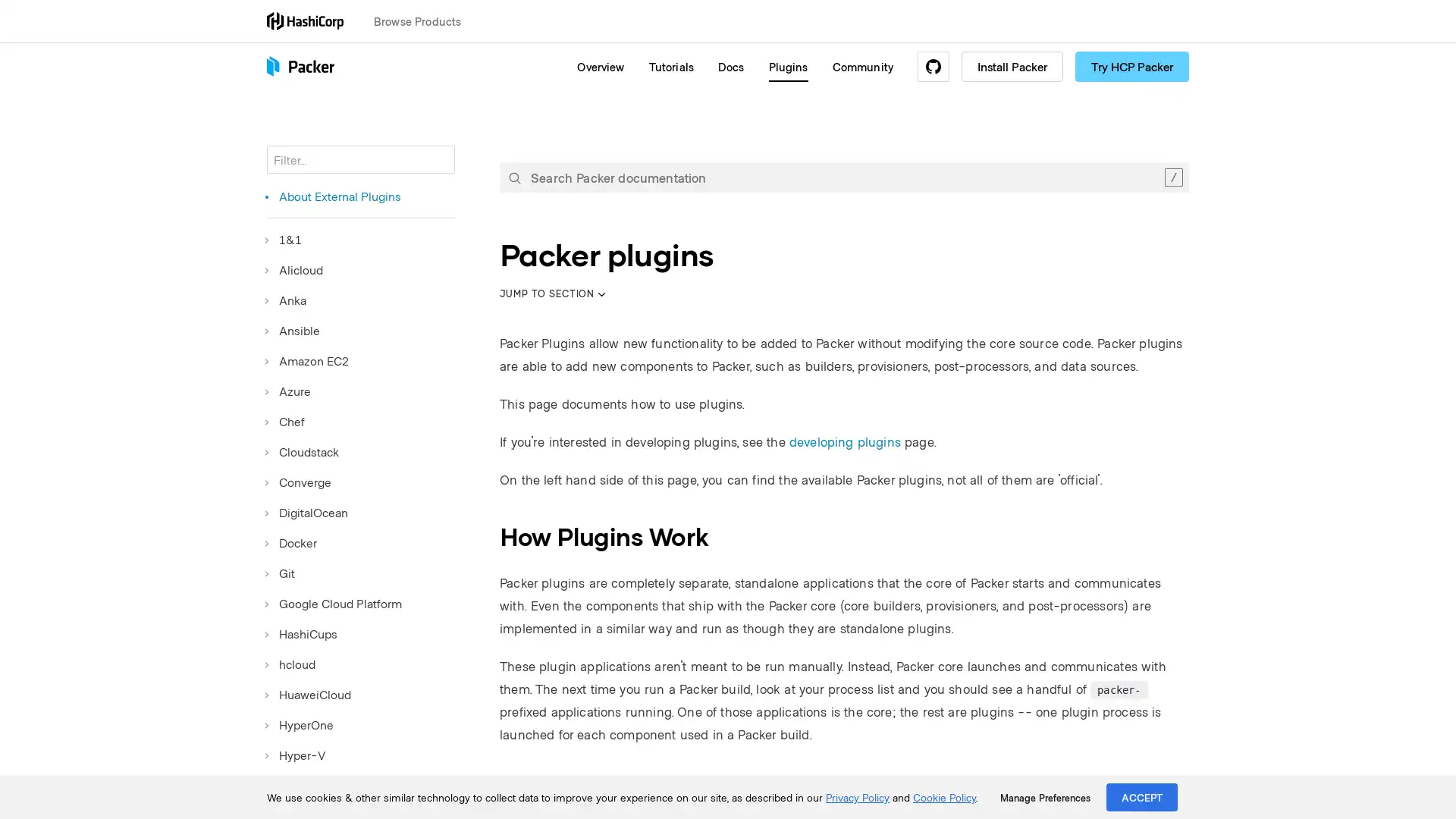  What do you see at coordinates (306, 512) in the screenshot?
I see `DigitalOcean` at bounding box center [306, 512].